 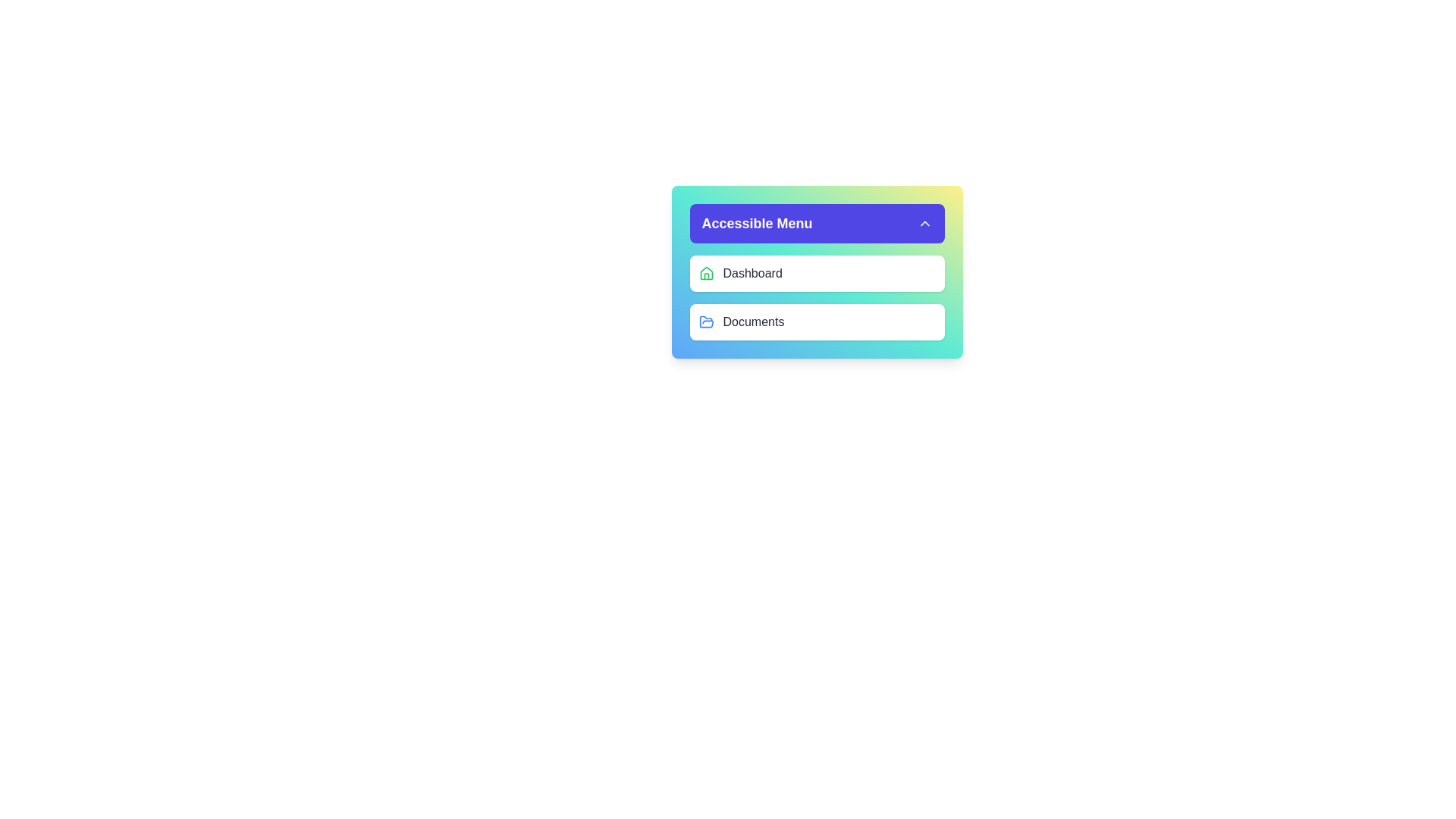 What do you see at coordinates (753, 321) in the screenshot?
I see `the 'Documents' text label which is the second item in a vertical list, representing a navigation option` at bounding box center [753, 321].